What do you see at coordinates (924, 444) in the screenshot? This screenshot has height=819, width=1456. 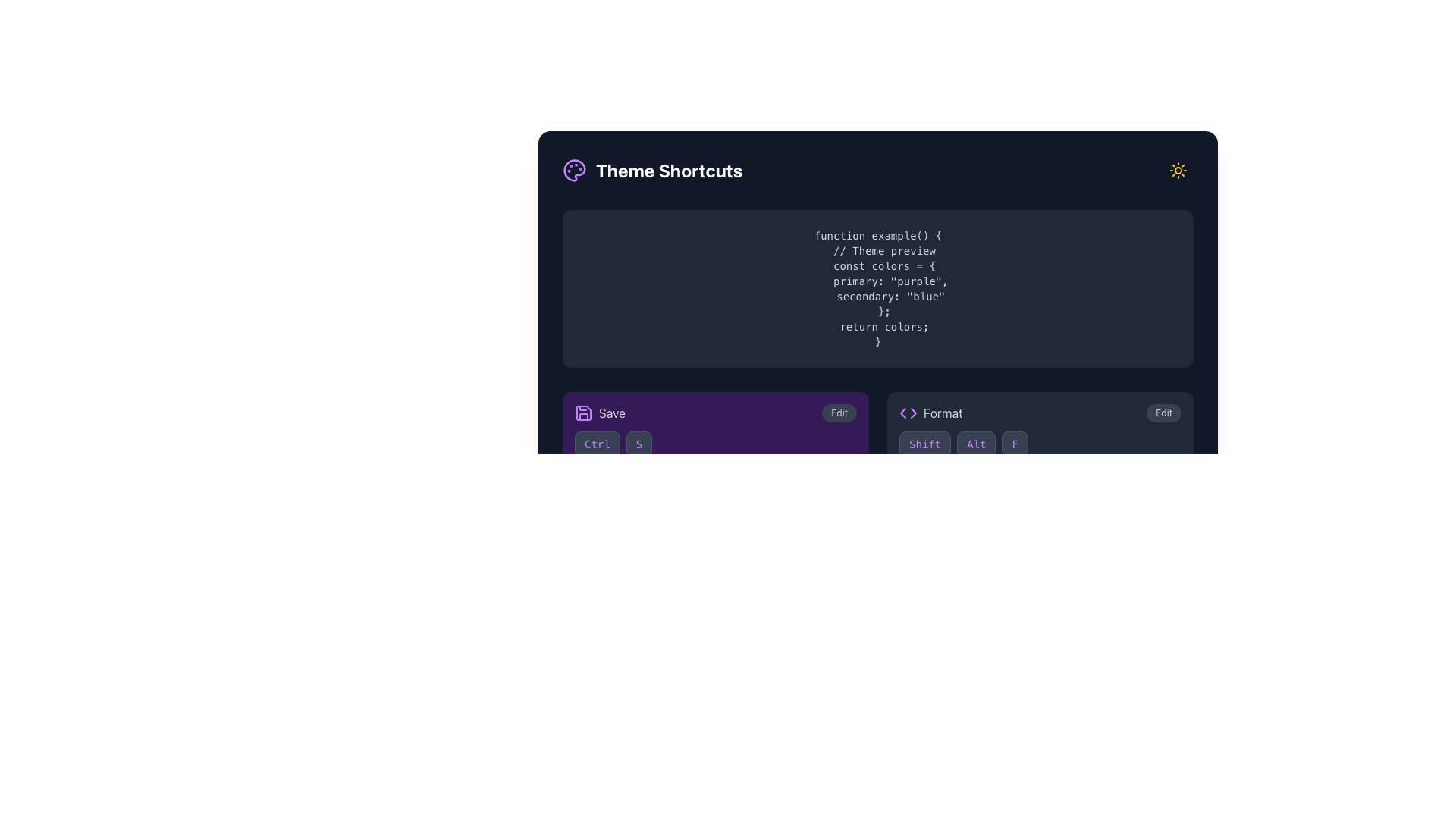 I see `the 'Shift' button styled as a keyboard key with a dark gray background and purple outline, located in the bottom right area beneath the 'Format' section` at bounding box center [924, 444].